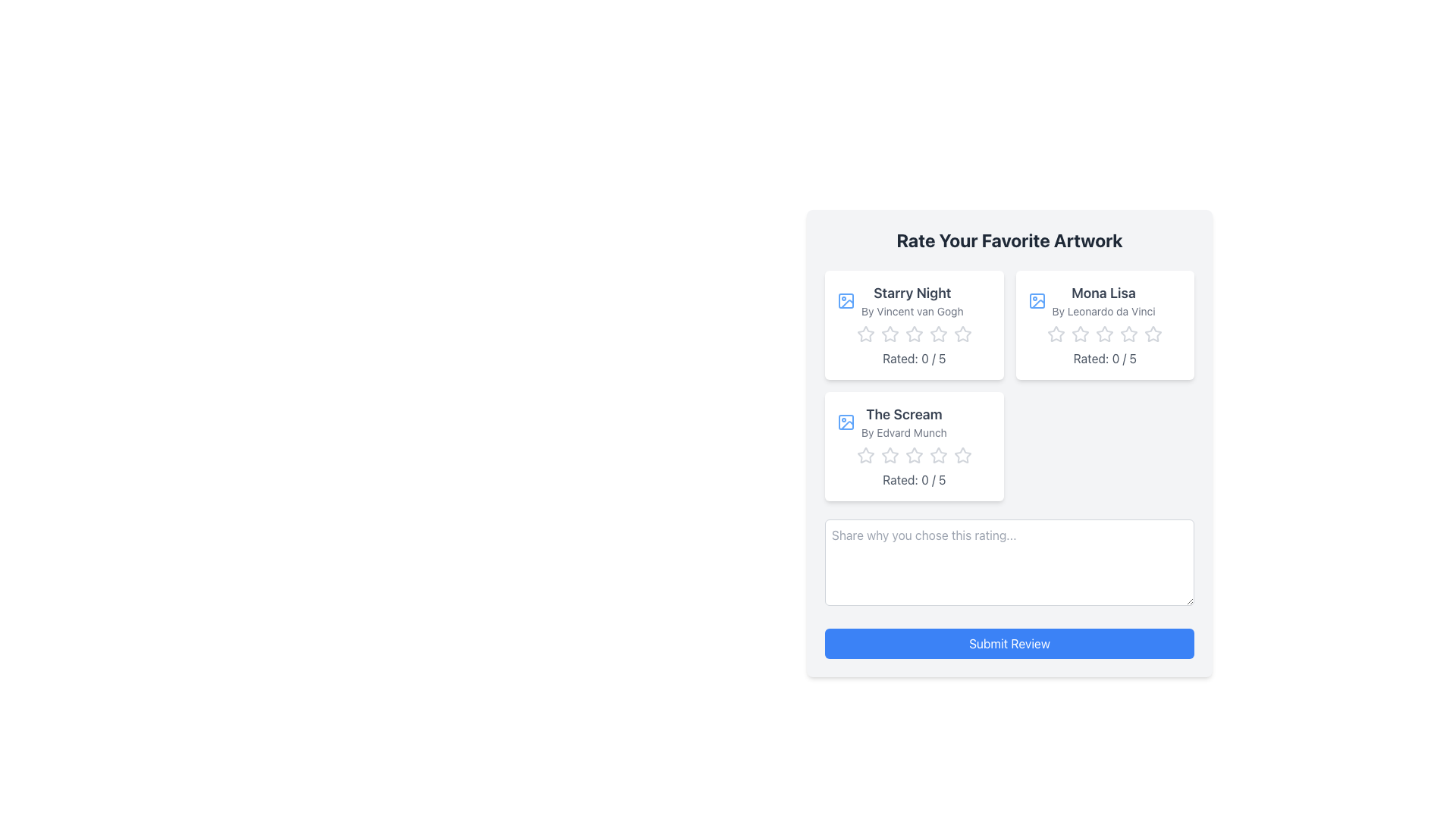 The height and width of the screenshot is (819, 1456). What do you see at coordinates (1036, 301) in the screenshot?
I see `the decorative rectangle that serves as the border or background of the image icon located to the left of the text 'Mona Lisa' in the 'Rate Your Favorite Artwork' section` at bounding box center [1036, 301].